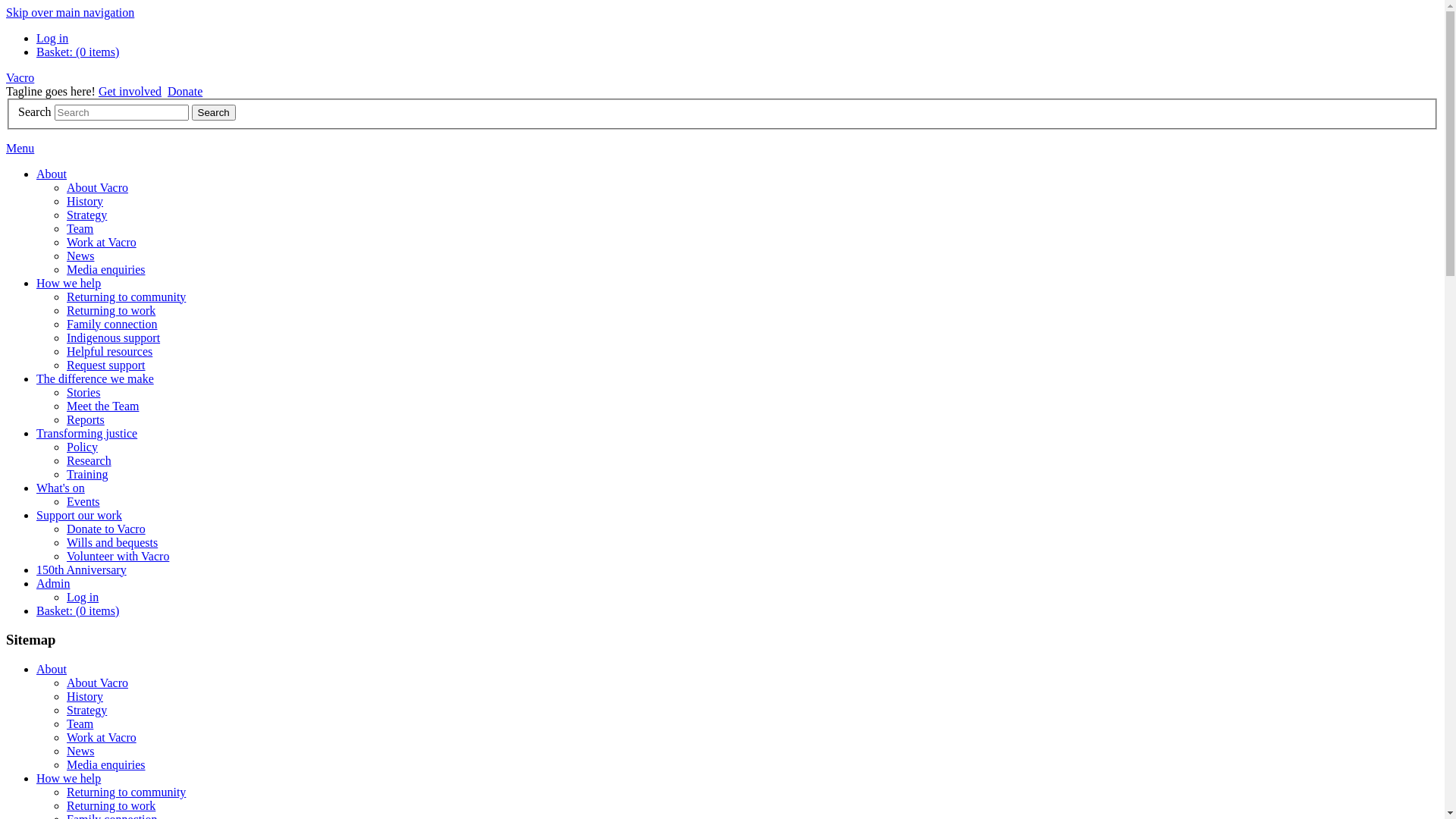 The height and width of the screenshot is (819, 1456). I want to click on 'Search', so click(213, 111).